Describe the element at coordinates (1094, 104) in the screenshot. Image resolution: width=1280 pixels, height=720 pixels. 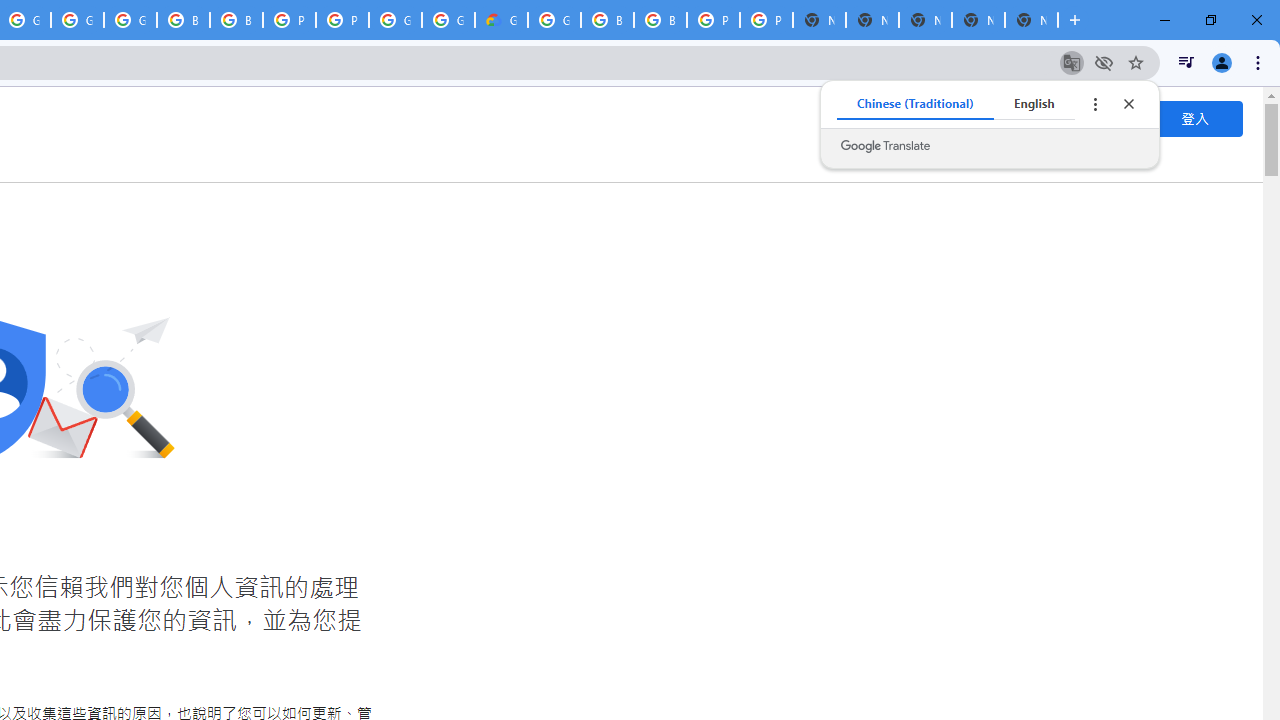
I see `'Translate options'` at that location.